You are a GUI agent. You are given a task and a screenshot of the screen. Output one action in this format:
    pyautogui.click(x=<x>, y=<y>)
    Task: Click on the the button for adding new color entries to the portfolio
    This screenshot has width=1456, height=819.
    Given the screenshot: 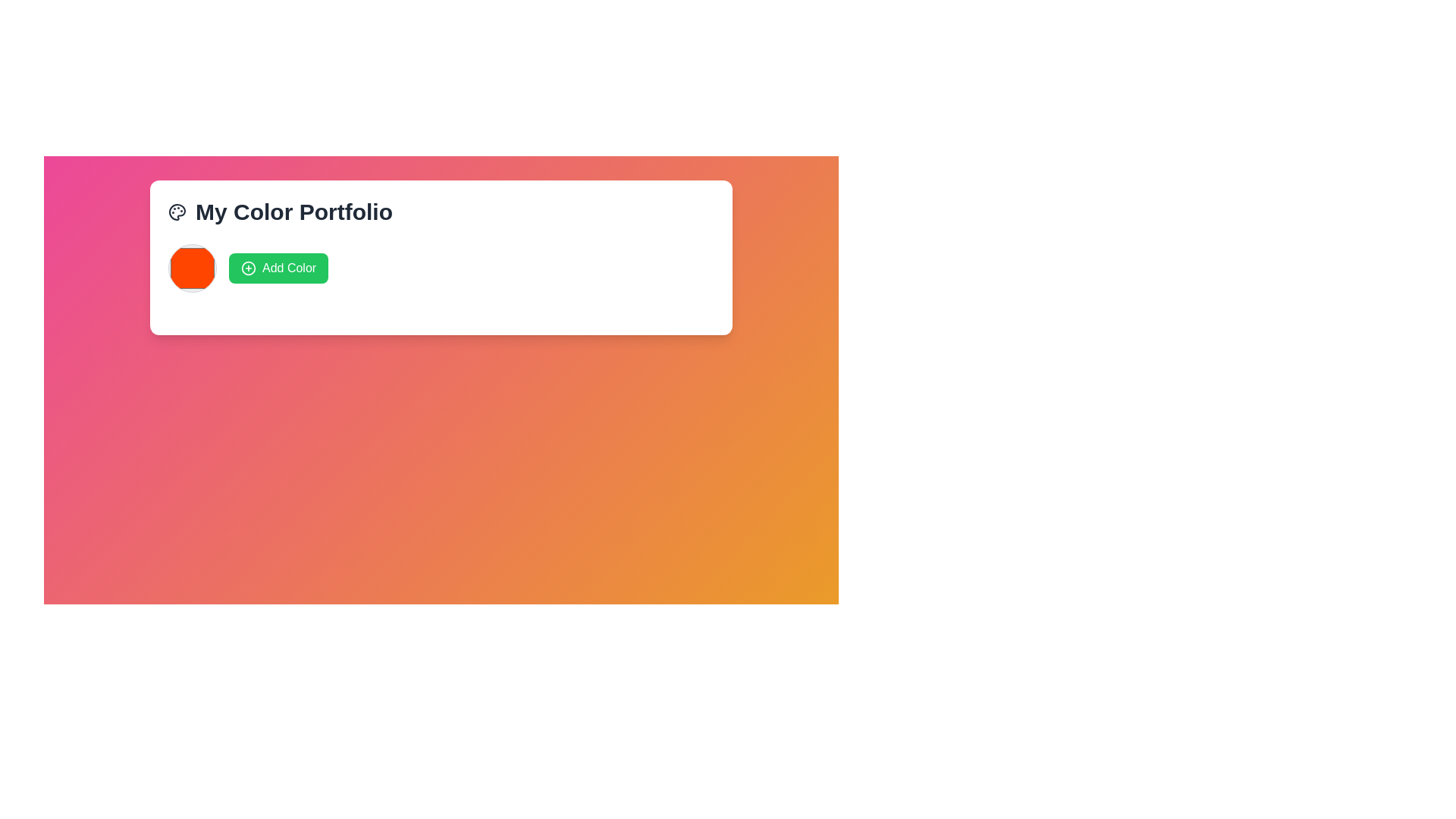 What is the action you would take?
    pyautogui.click(x=278, y=268)
    